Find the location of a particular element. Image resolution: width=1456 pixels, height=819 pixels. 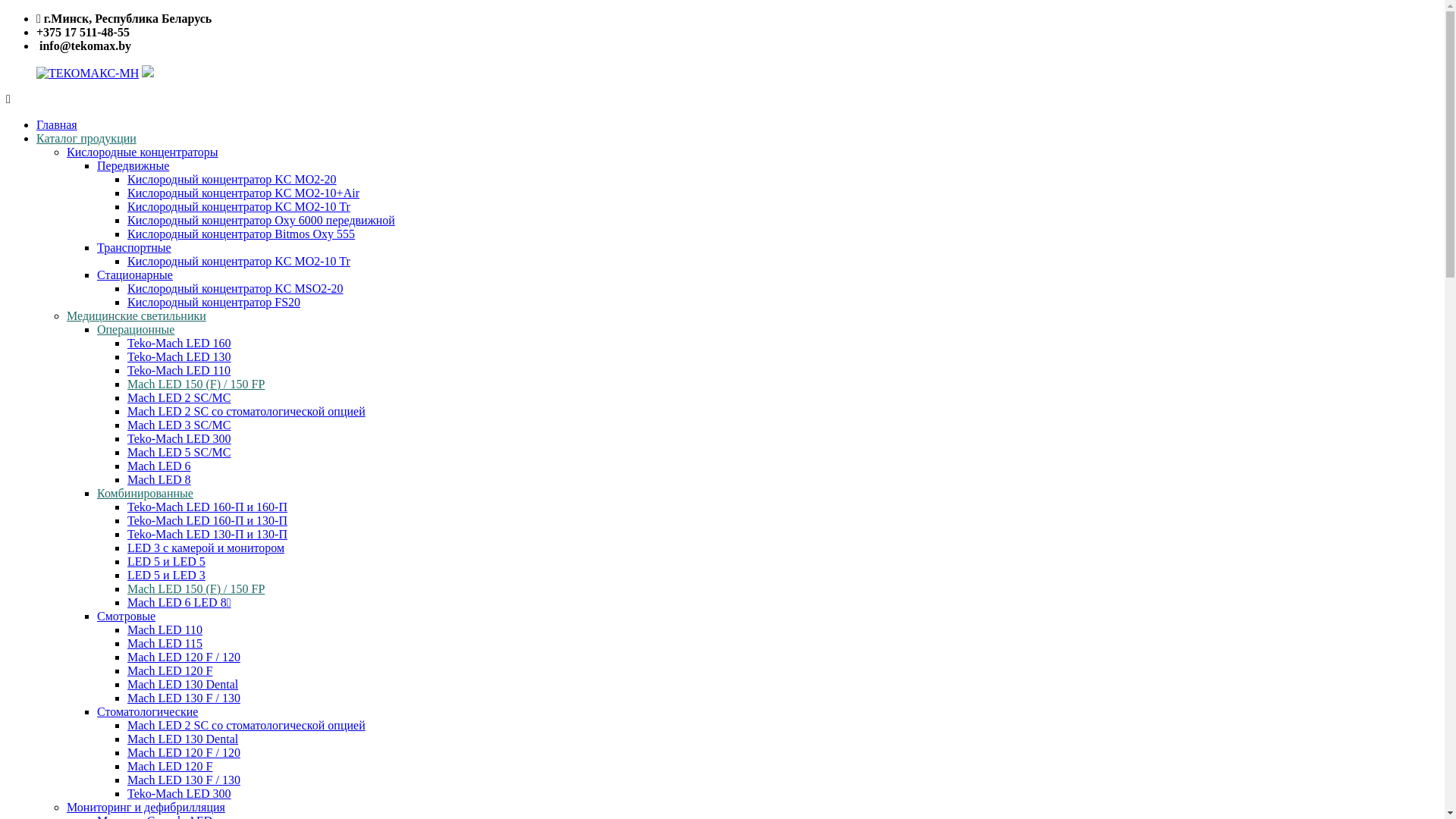

'Teko-Mach LED 160' is located at coordinates (179, 343).